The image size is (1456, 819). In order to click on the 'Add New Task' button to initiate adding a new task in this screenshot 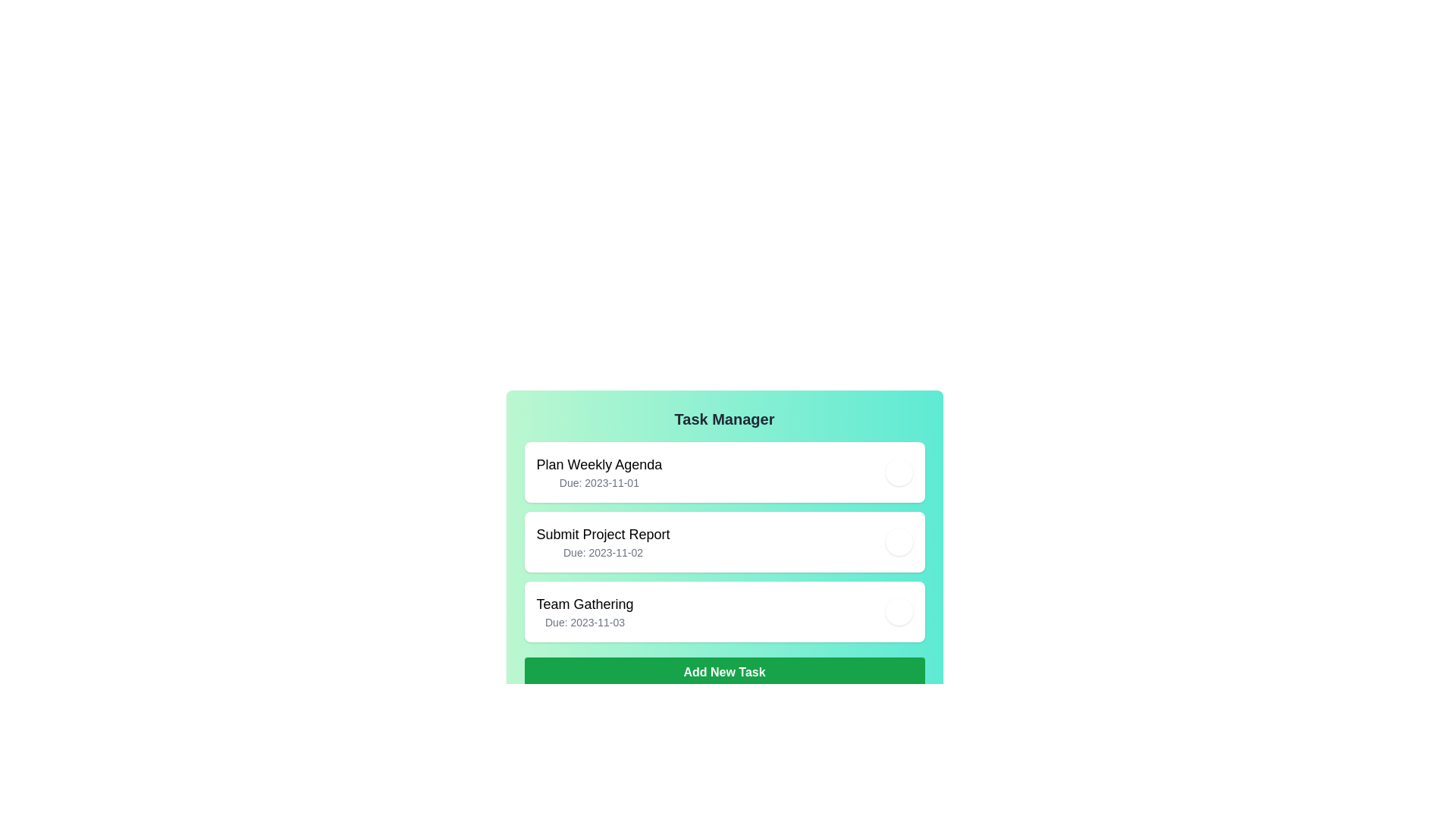, I will do `click(723, 672)`.